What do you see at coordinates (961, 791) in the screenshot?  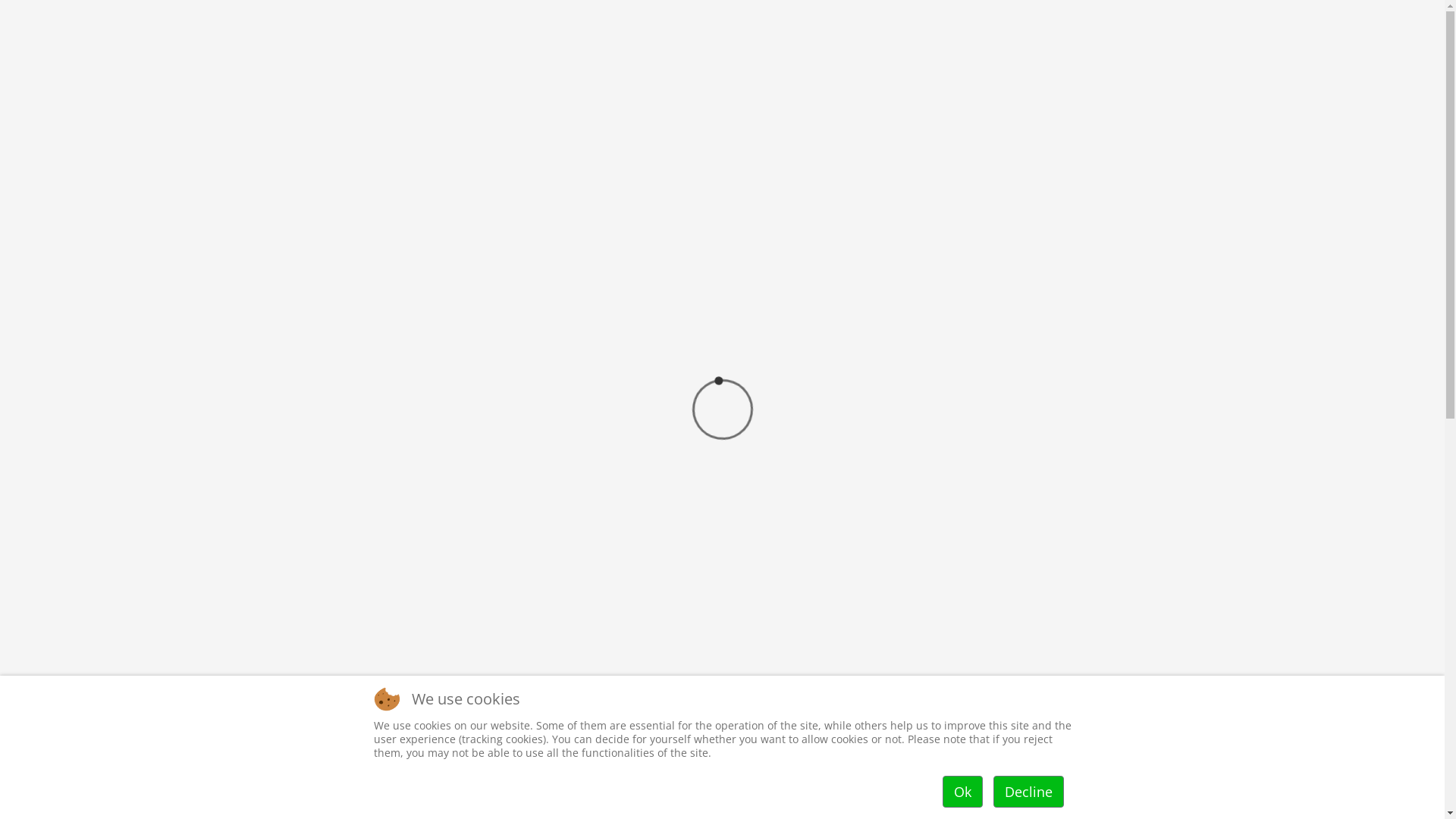 I see `'Ok'` at bounding box center [961, 791].